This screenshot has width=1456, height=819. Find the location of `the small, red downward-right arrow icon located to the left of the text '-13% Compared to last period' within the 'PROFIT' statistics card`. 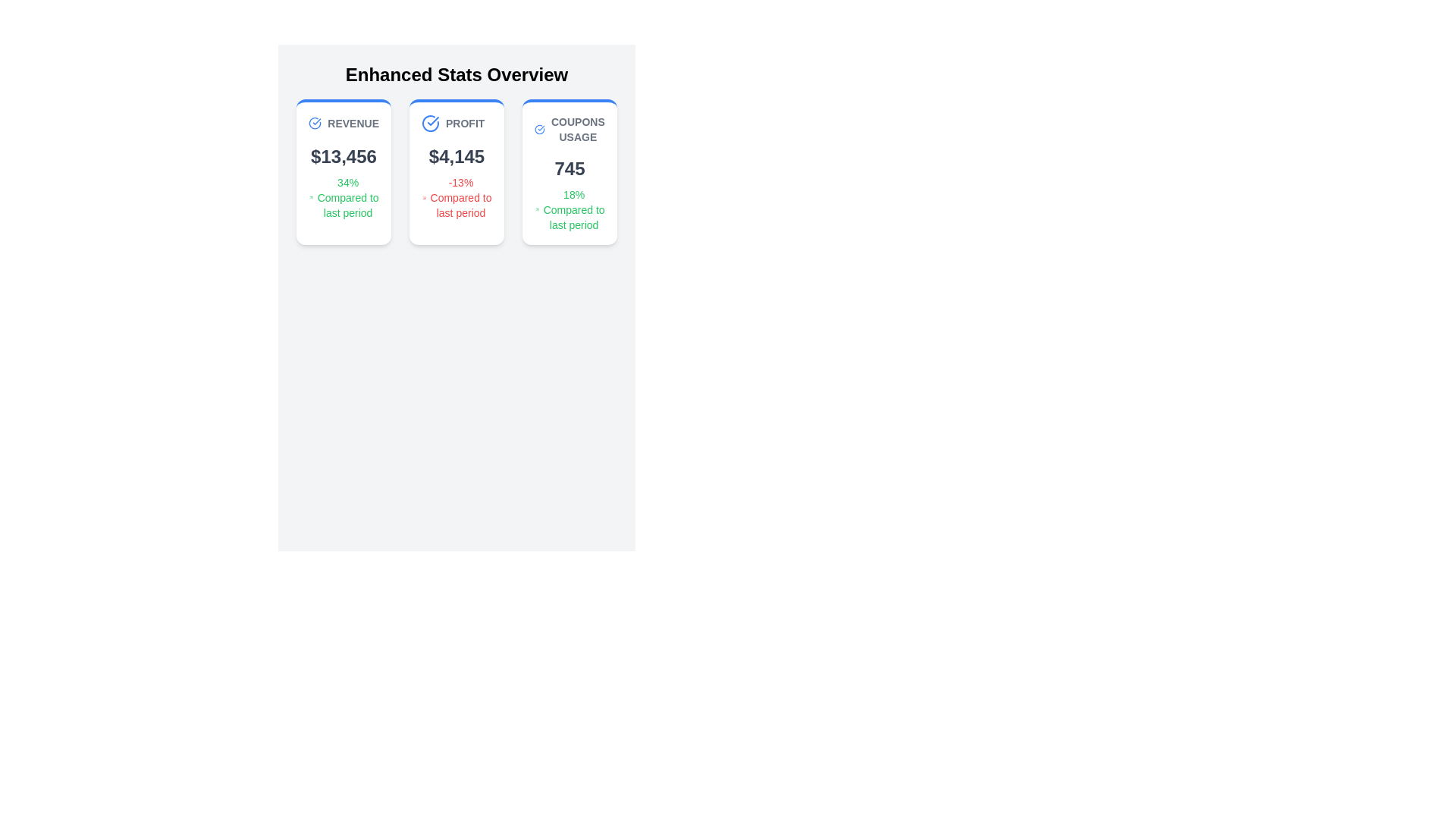

the small, red downward-right arrow icon located to the left of the text '-13% Compared to last period' within the 'PROFIT' statistics card is located at coordinates (424, 197).